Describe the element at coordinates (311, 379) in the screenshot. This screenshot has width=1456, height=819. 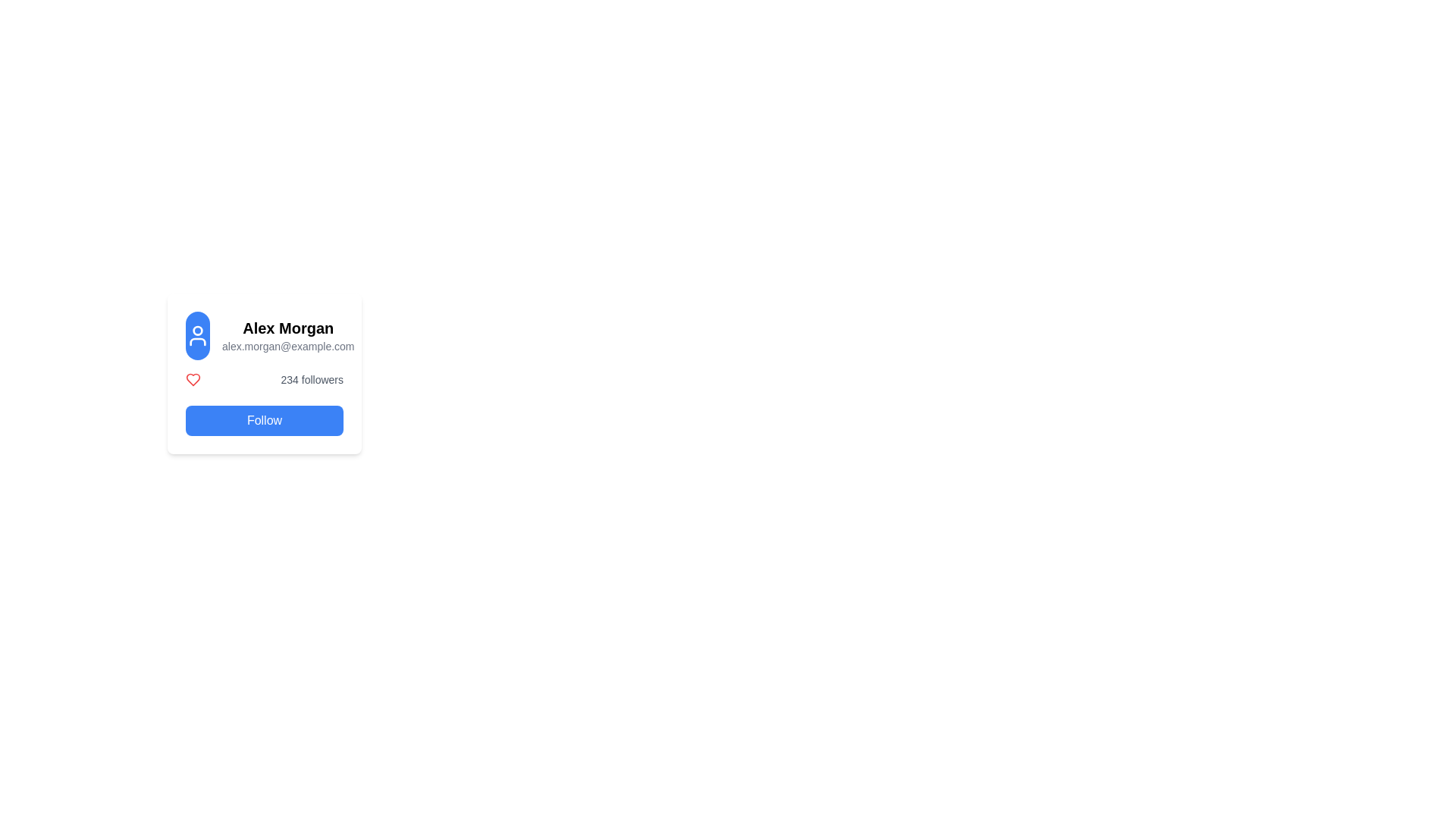
I see `the text label displaying '234 followers' in gray font, indicating the count of social media followers, located below the user profile details` at that location.